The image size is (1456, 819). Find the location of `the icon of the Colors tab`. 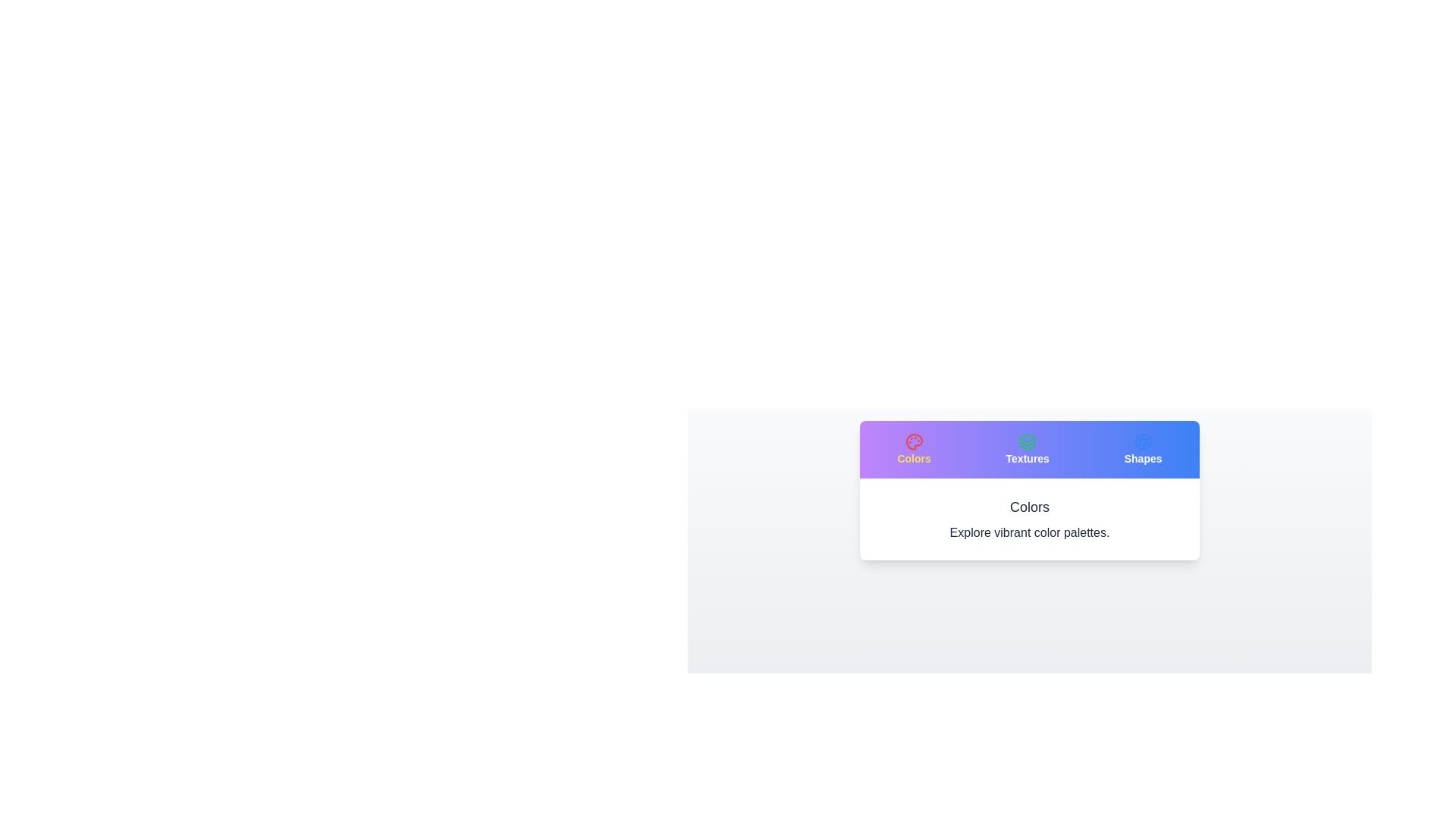

the icon of the Colors tab is located at coordinates (913, 449).